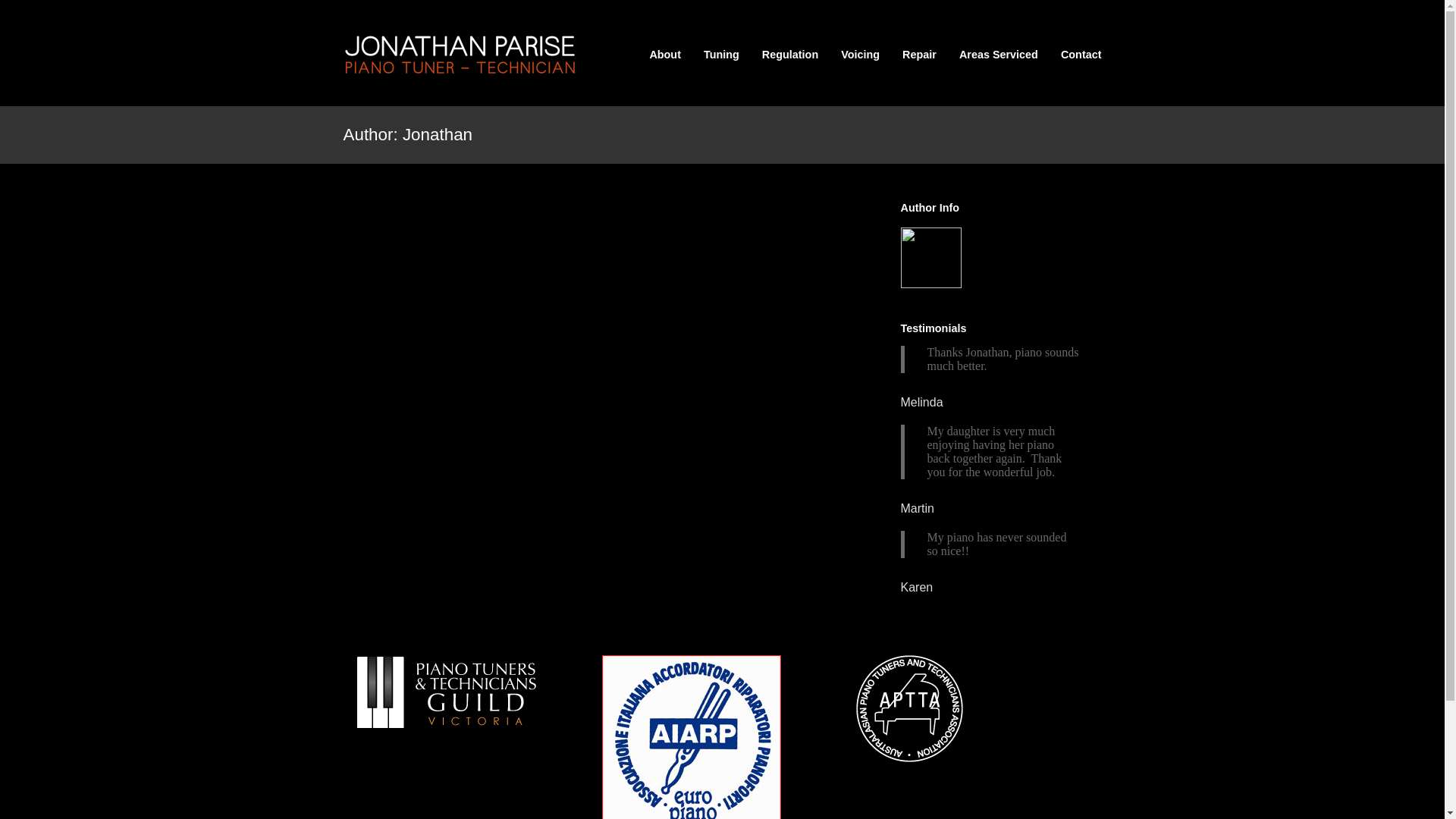 The image size is (1456, 819). Describe the element at coordinates (702, 54) in the screenshot. I see `'Tuning'` at that location.